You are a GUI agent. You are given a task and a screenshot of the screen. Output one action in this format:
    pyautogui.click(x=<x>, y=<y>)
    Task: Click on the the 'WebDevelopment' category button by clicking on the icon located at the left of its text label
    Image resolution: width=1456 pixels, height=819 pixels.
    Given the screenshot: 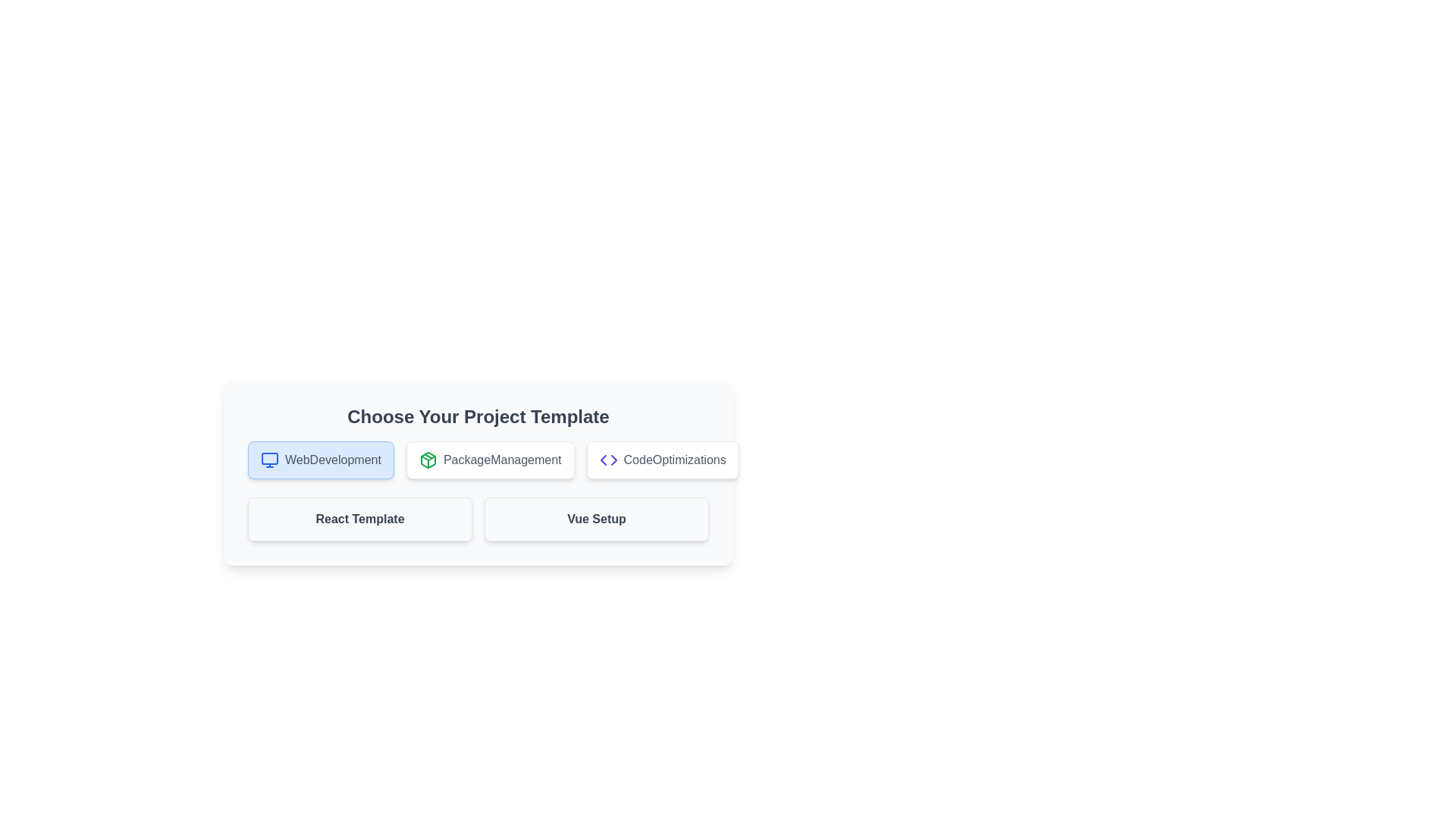 What is the action you would take?
    pyautogui.click(x=269, y=459)
    